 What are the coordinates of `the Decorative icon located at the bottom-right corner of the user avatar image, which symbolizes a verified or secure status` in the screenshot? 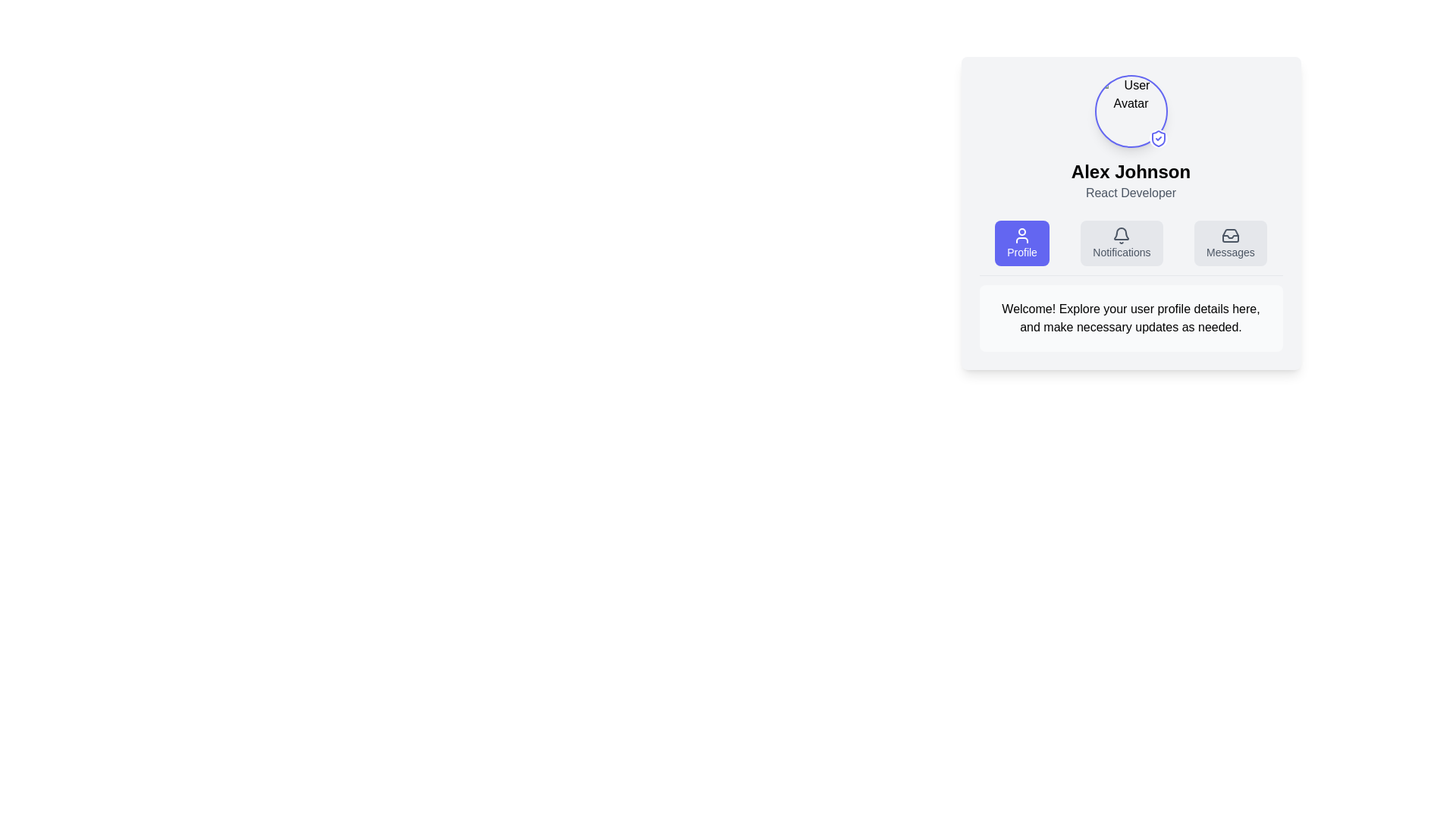 It's located at (1157, 138).